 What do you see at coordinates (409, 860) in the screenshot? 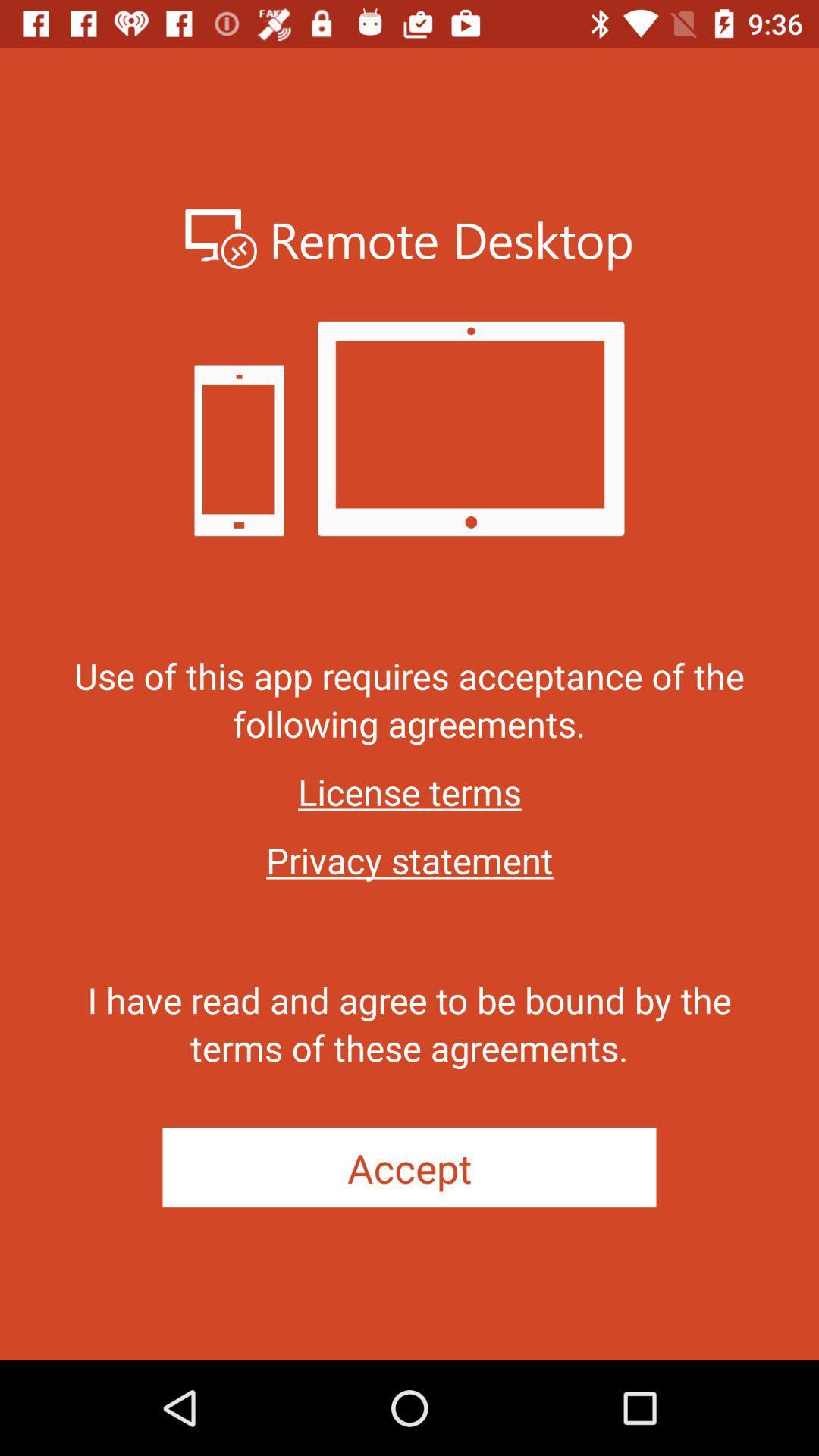
I see `privacy statement` at bounding box center [409, 860].